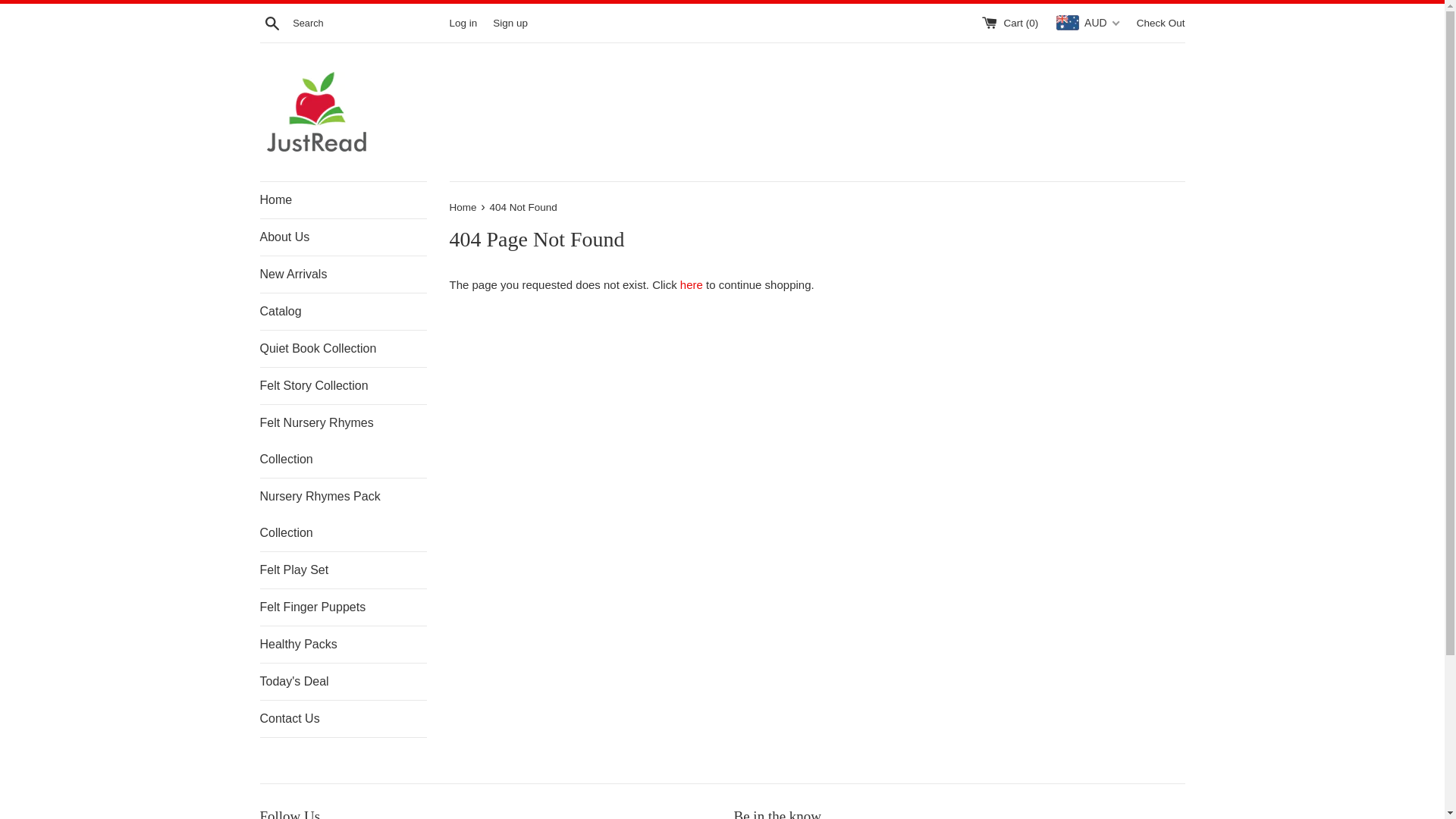 The width and height of the screenshot is (1456, 819). What do you see at coordinates (259, 718) in the screenshot?
I see `'Contact Us'` at bounding box center [259, 718].